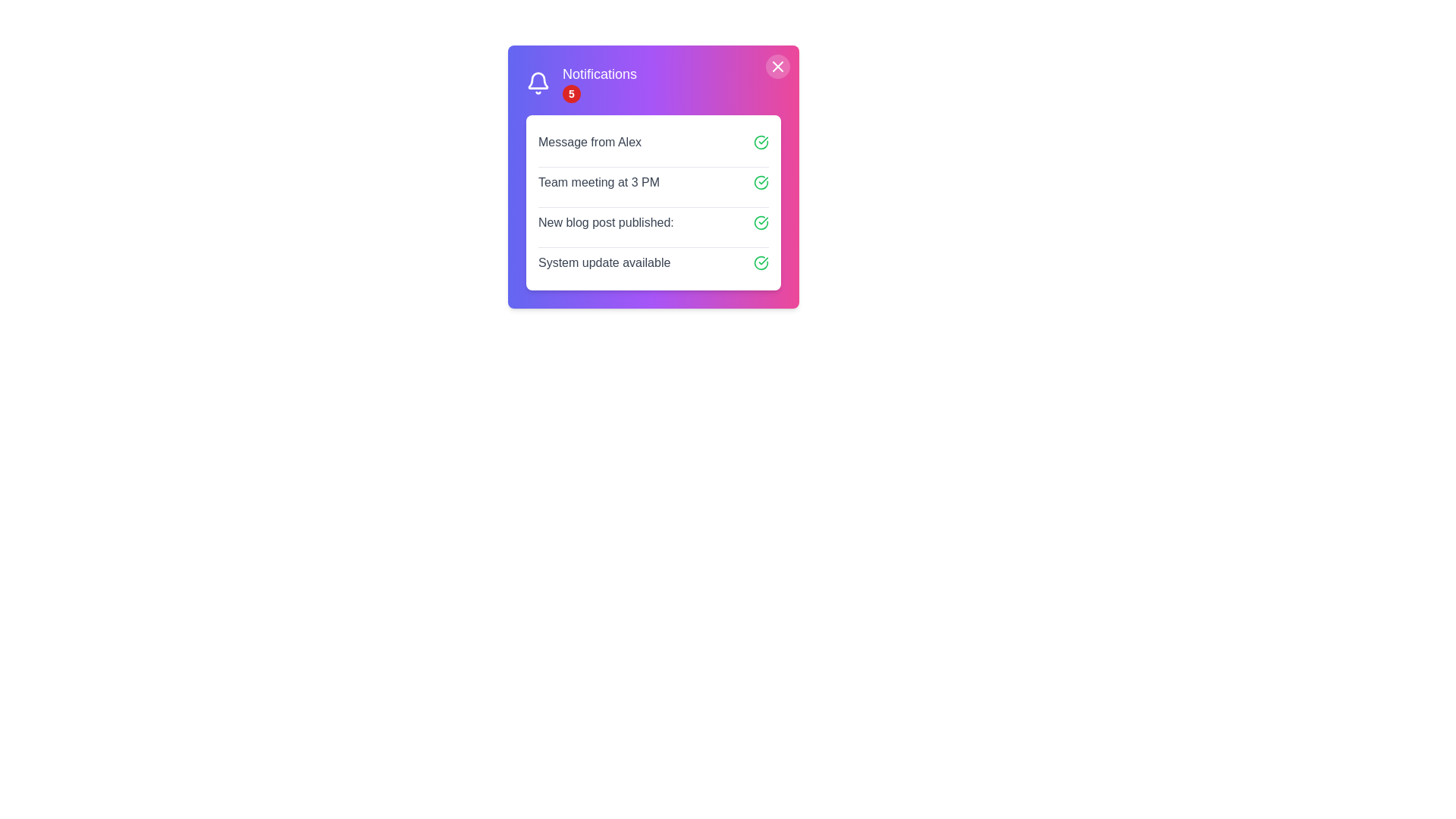 The width and height of the screenshot is (1456, 819). I want to click on the notification text label that indicates a new blog post, which is the third item in the notification list and aligned to the left within the notification card, so click(605, 222).